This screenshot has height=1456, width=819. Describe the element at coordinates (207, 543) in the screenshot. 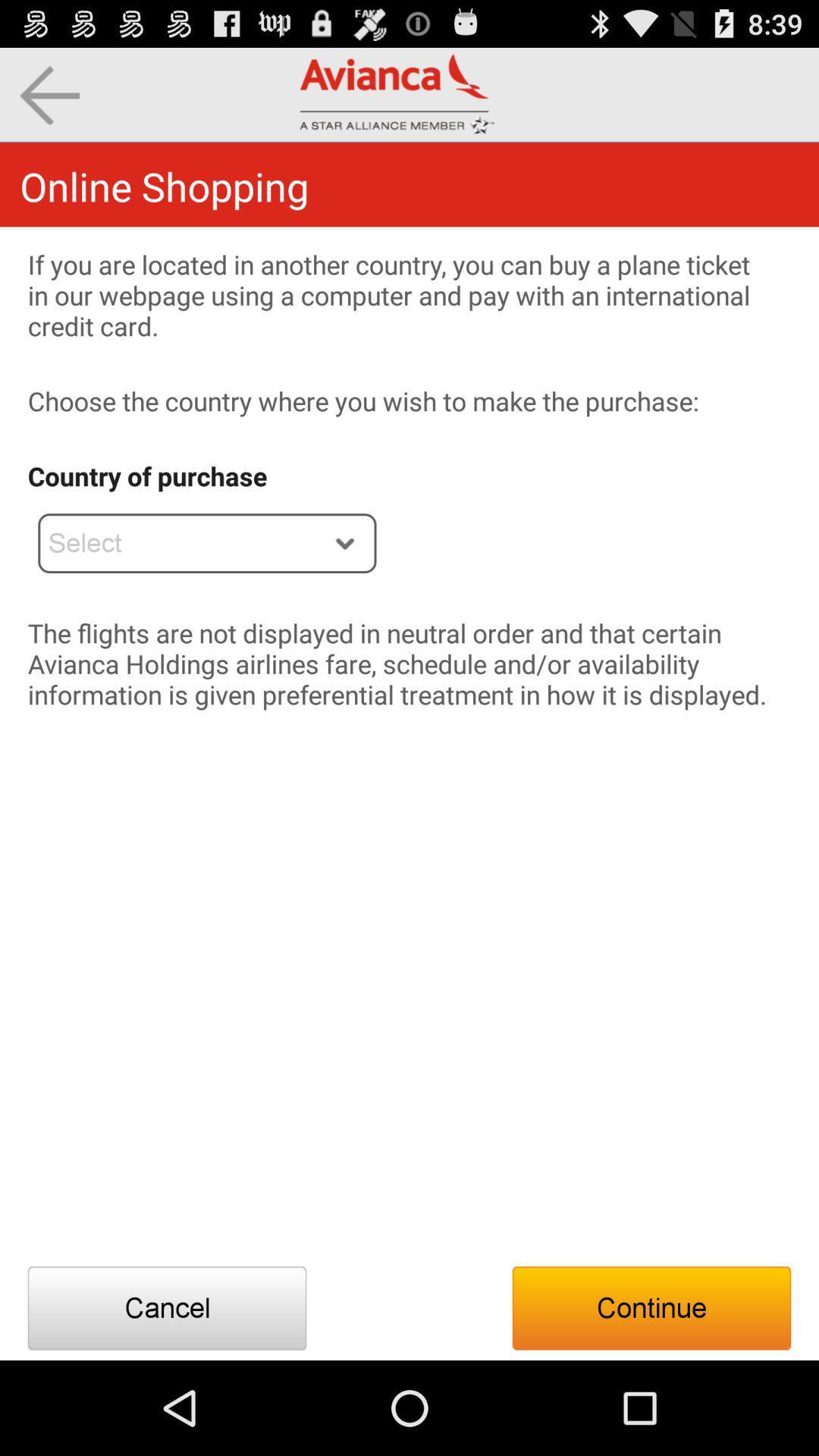

I see `select item` at that location.